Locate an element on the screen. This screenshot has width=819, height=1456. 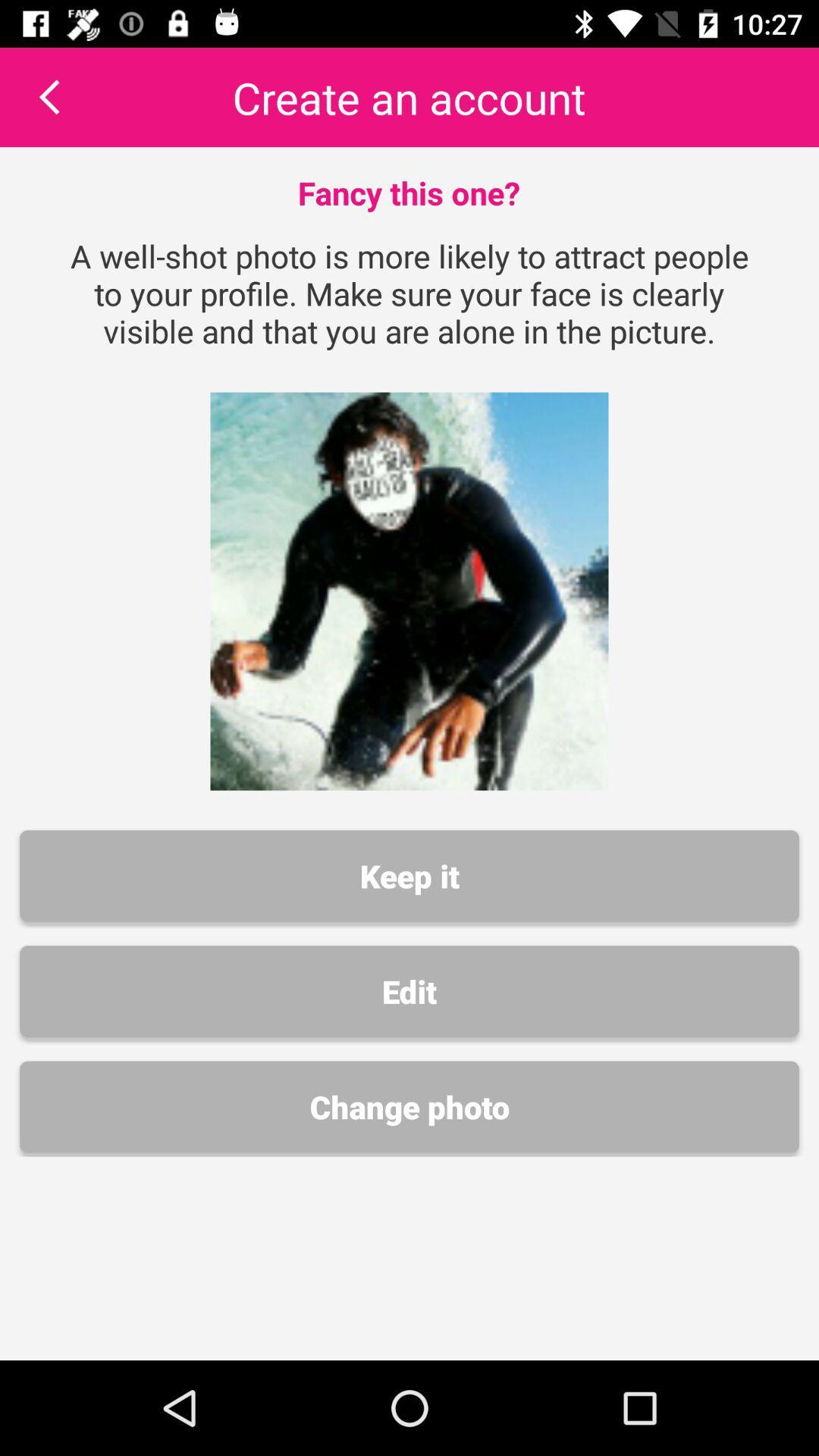
edit icon is located at coordinates (409, 991).